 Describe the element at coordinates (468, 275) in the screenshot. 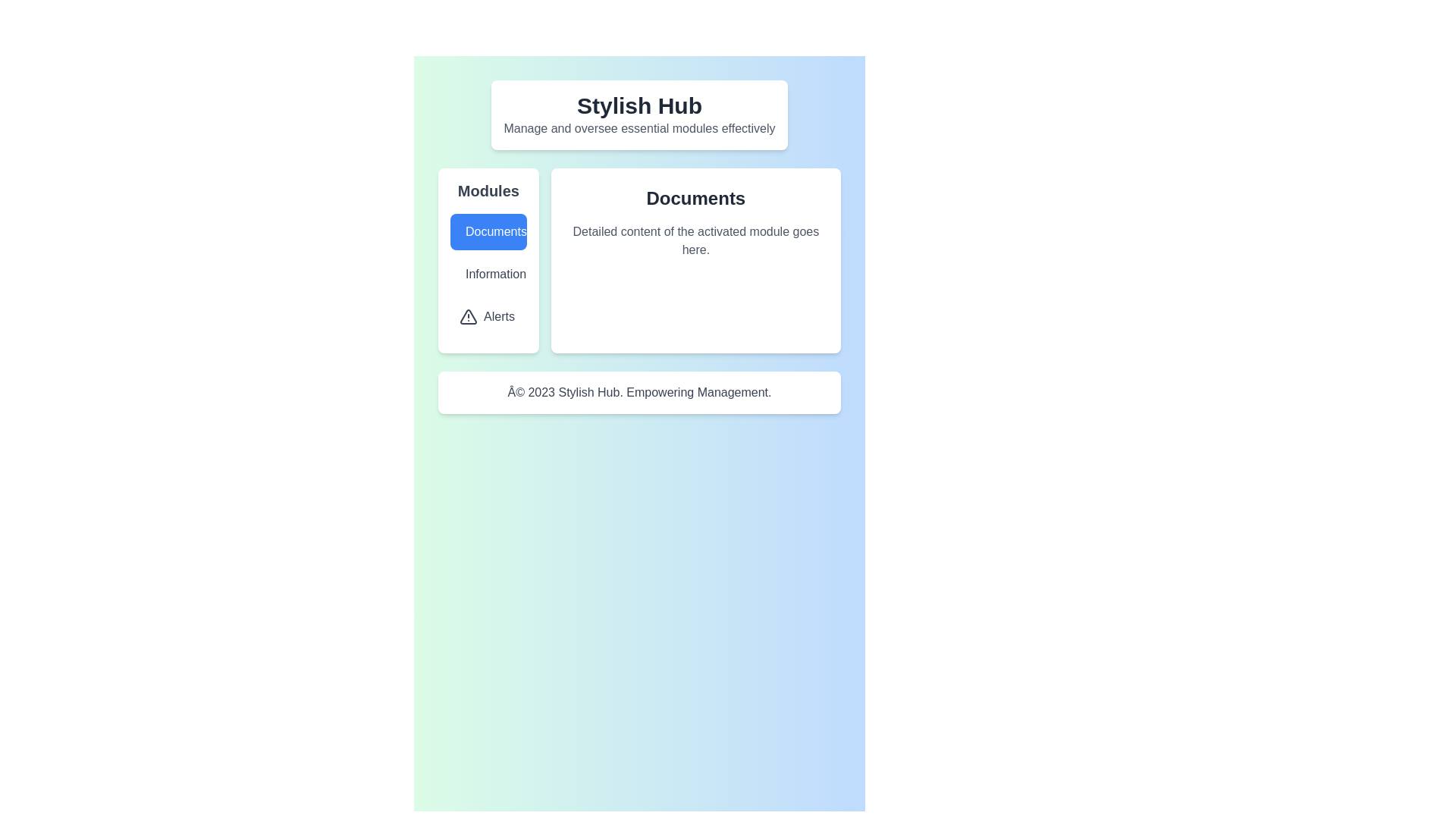

I see `the SVG circle component next to the 'Information' text within the second entry of the 'Modules' list` at that location.